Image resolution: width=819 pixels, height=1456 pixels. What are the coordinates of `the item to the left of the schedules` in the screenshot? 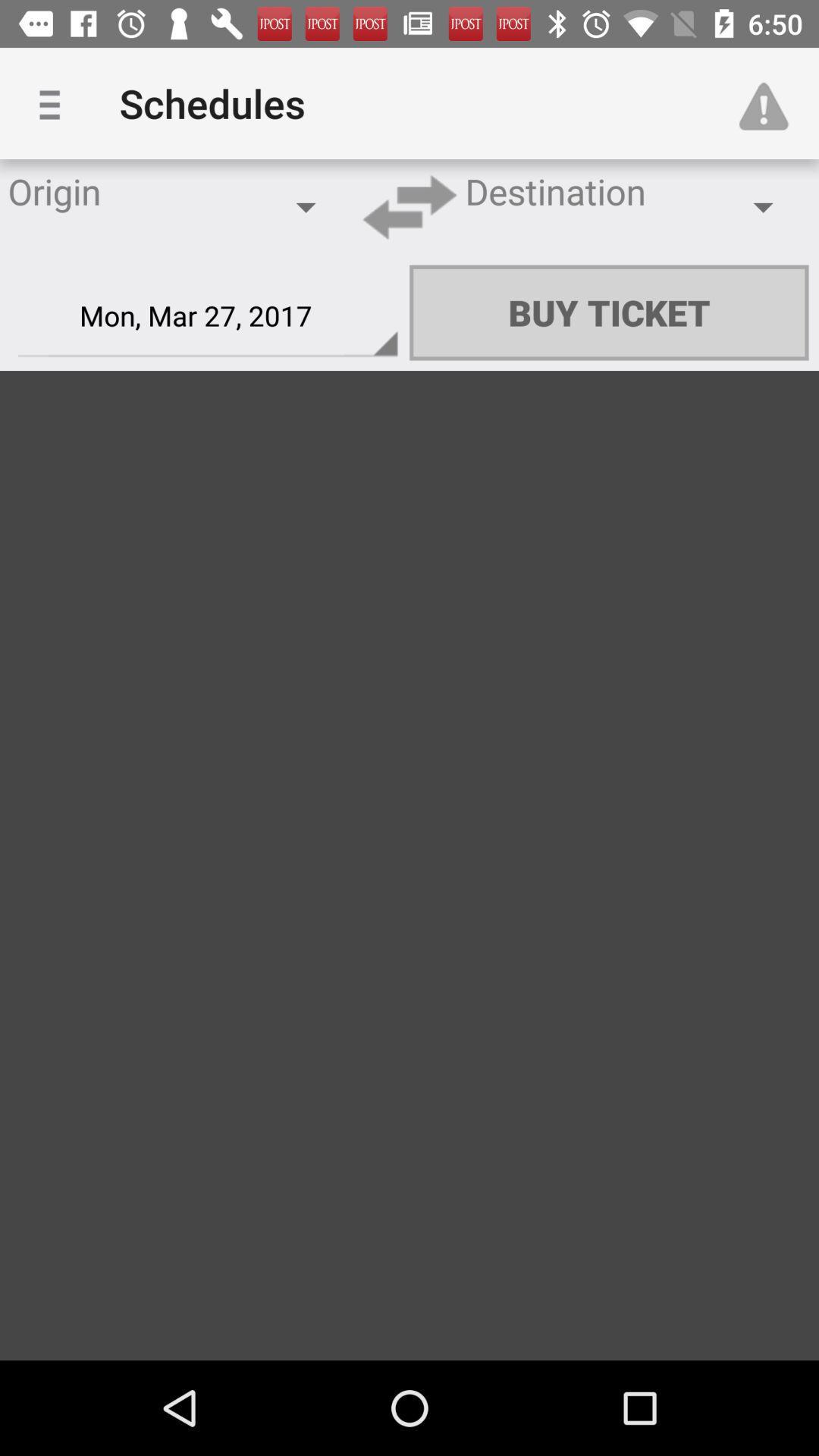 It's located at (55, 102).